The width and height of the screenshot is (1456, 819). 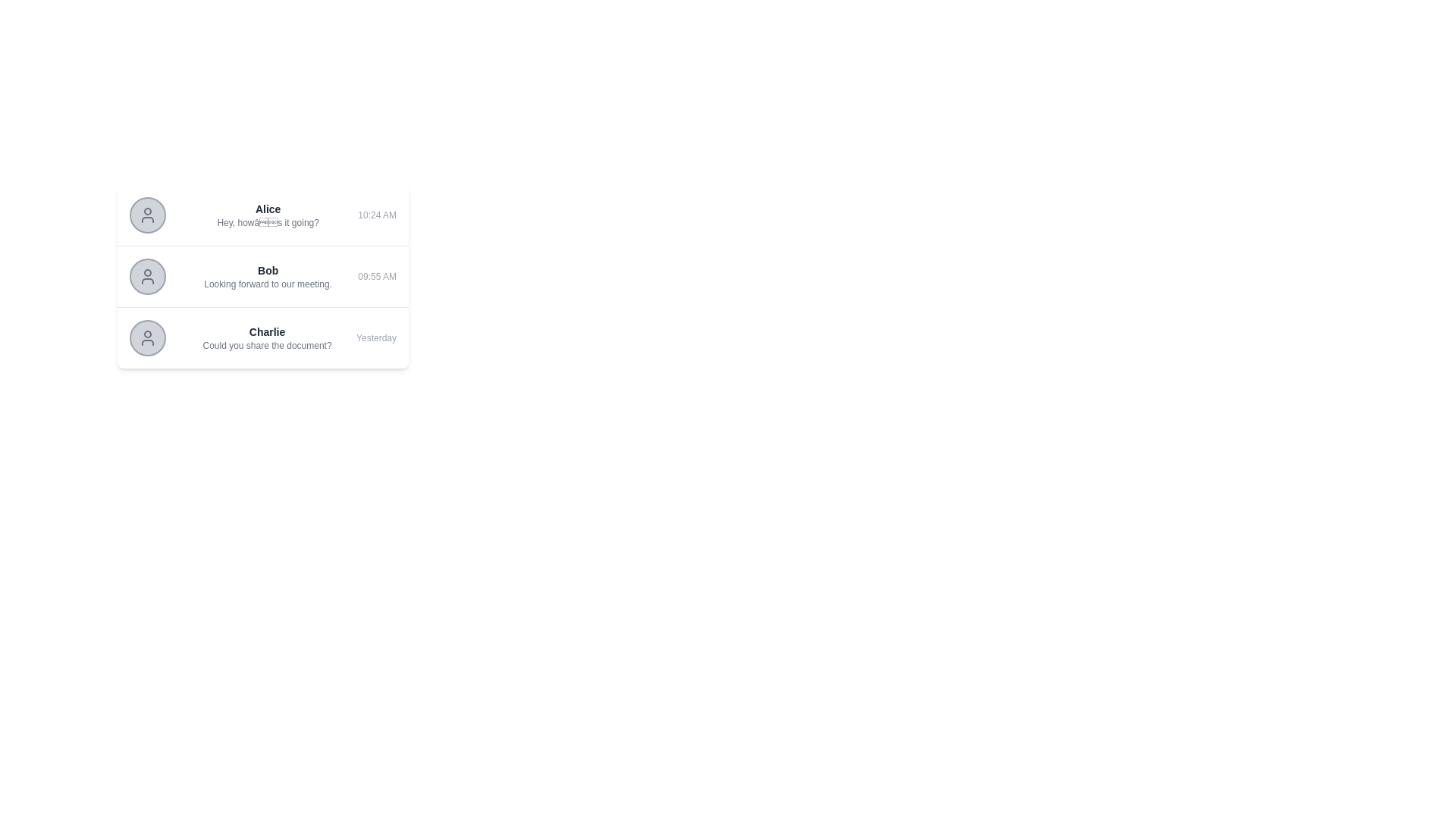 What do you see at coordinates (262, 277) in the screenshot?
I see `the second chat message entry in the list` at bounding box center [262, 277].